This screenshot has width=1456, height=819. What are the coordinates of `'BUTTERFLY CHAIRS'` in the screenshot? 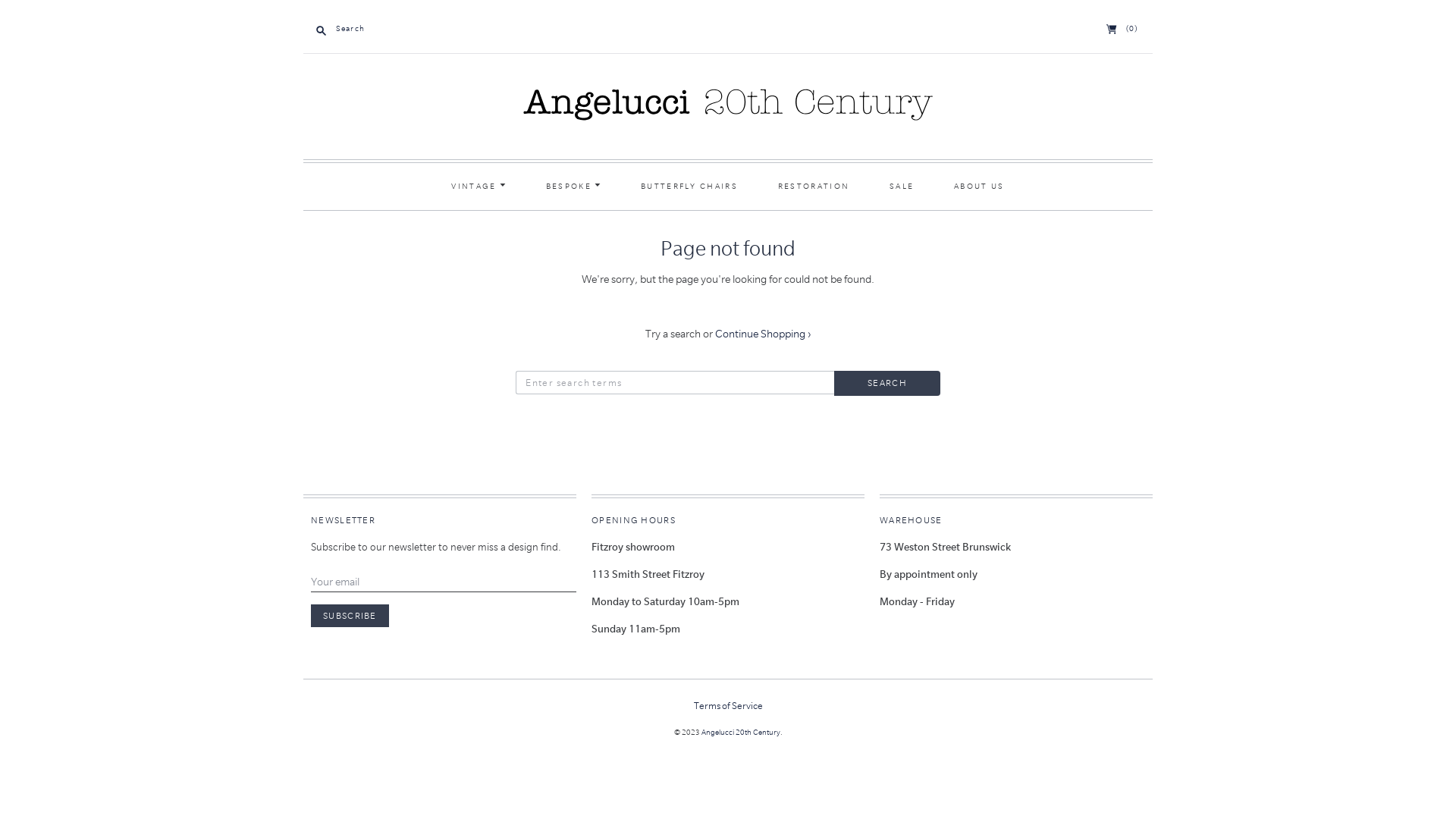 It's located at (623, 185).